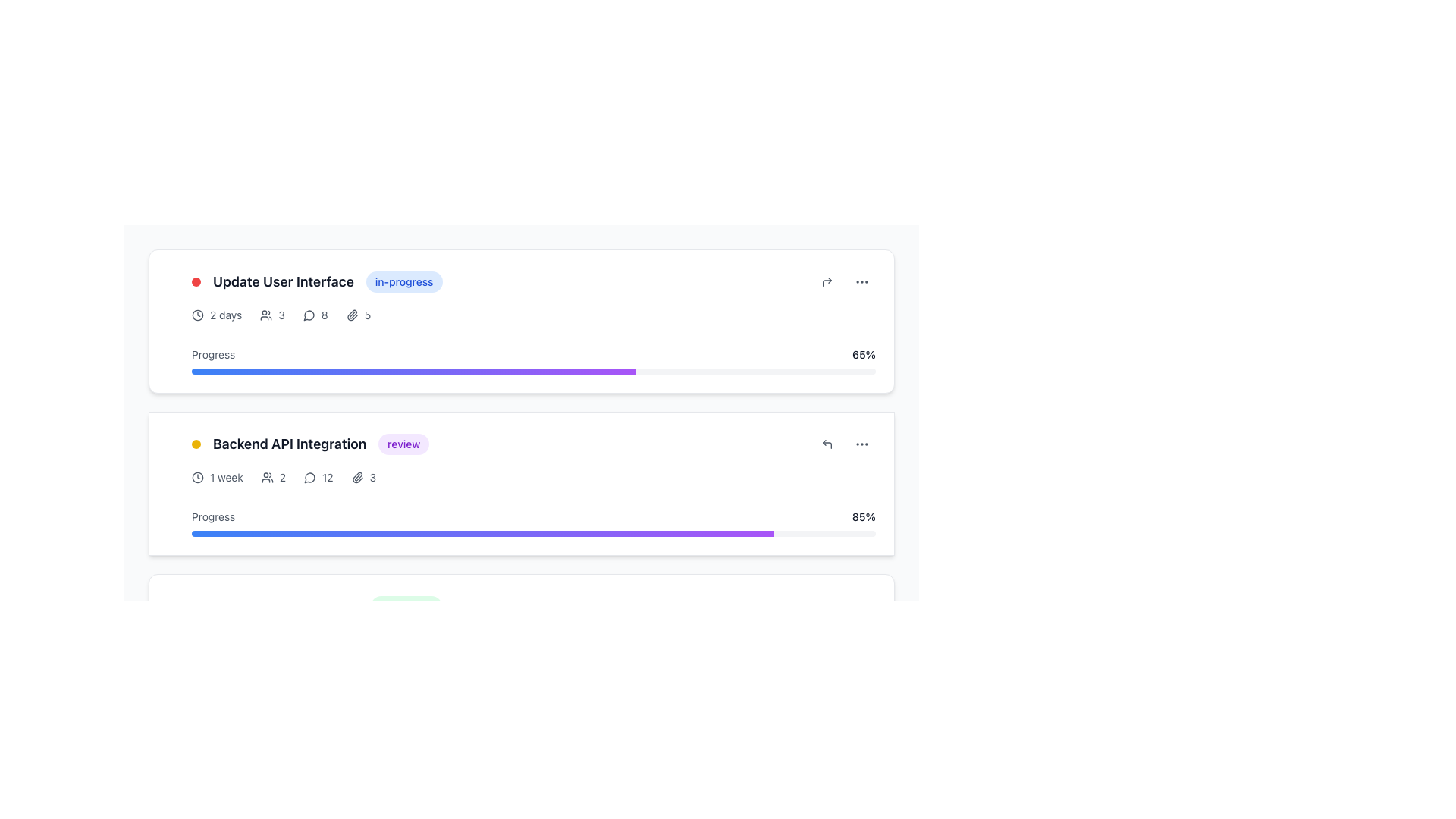 The height and width of the screenshot is (819, 1456). I want to click on the icon-based button located in the top-right corner of the 'Backend API Integration' card to initiate the related action, so click(826, 444).